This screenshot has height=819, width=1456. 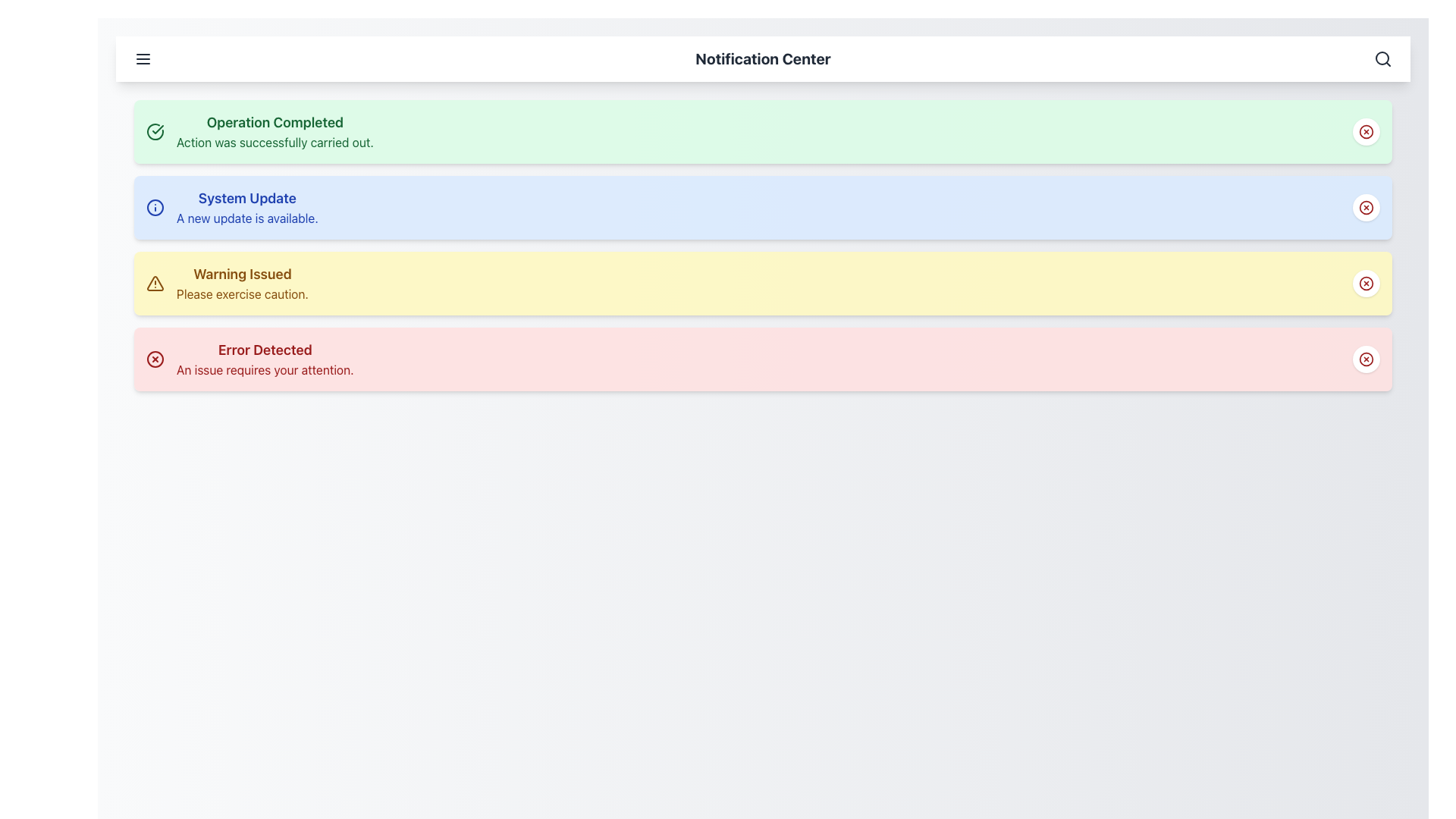 I want to click on the circular outline of the checkmark icon located to the left of the 'Operation Completed' notification box, so click(x=155, y=130).